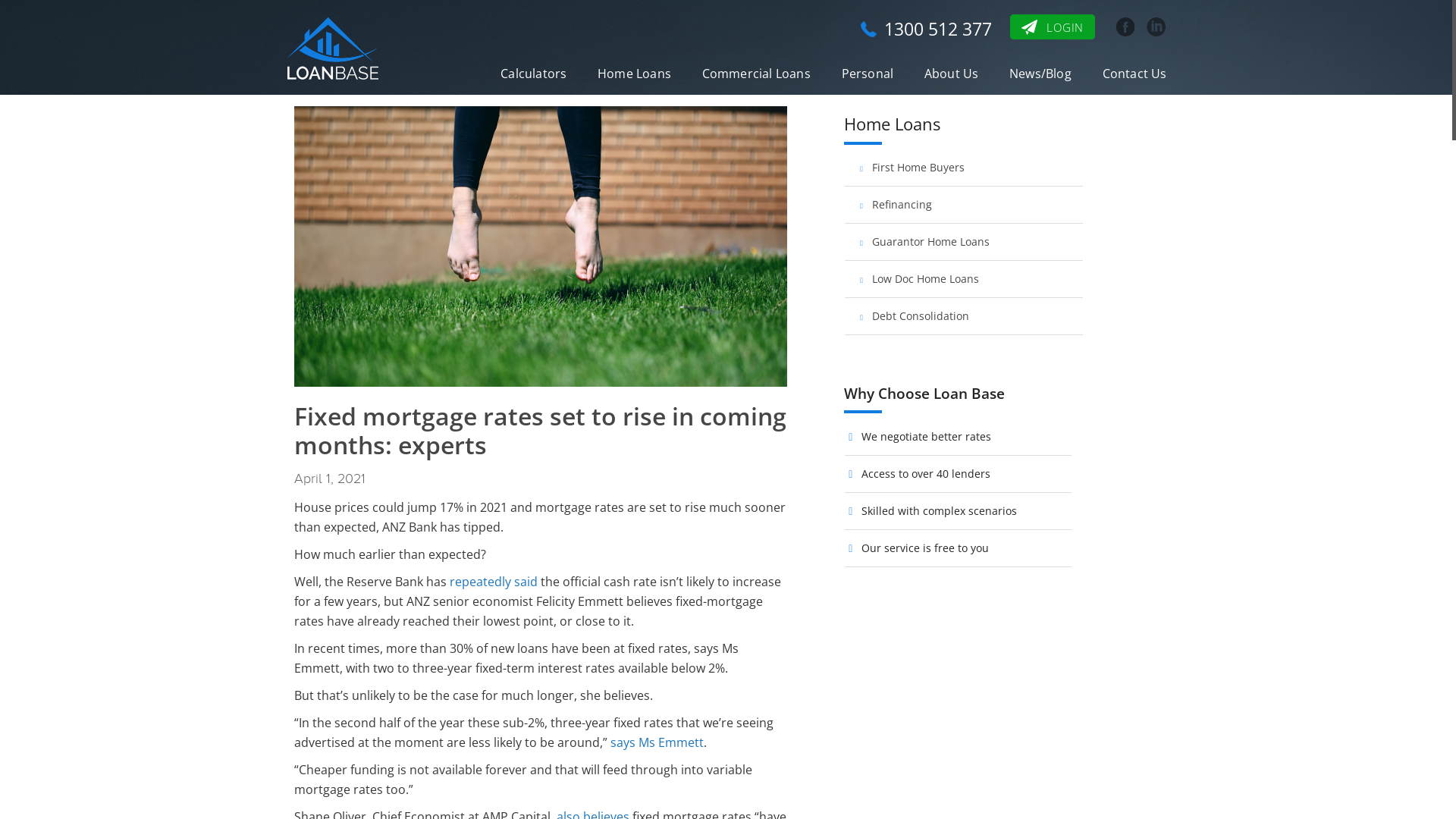  I want to click on 'Contact Us', so click(1134, 73).